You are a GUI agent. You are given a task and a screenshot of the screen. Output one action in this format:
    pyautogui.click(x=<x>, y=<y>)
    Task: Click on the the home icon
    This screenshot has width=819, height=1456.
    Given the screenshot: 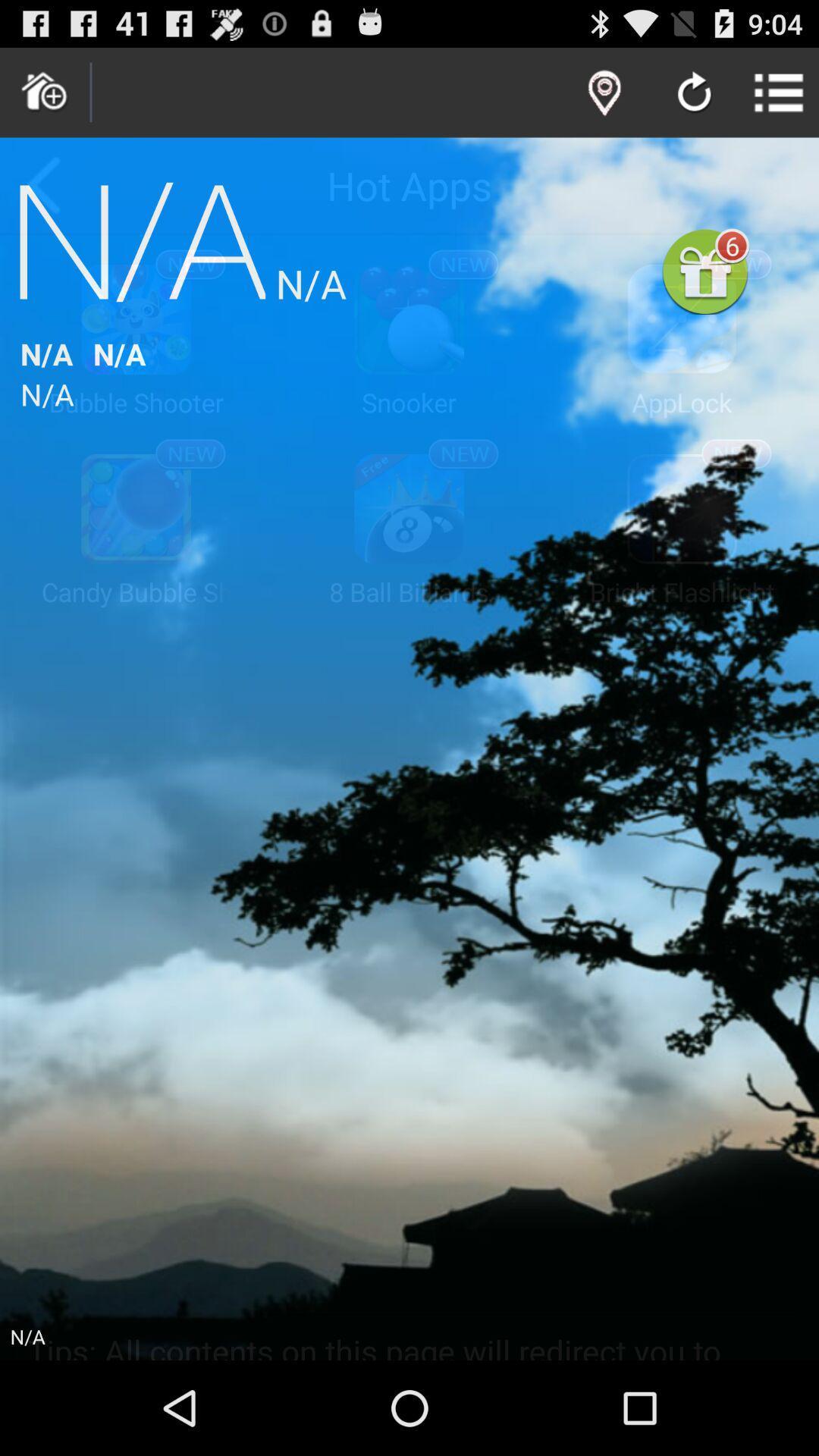 What is the action you would take?
    pyautogui.click(x=44, y=98)
    